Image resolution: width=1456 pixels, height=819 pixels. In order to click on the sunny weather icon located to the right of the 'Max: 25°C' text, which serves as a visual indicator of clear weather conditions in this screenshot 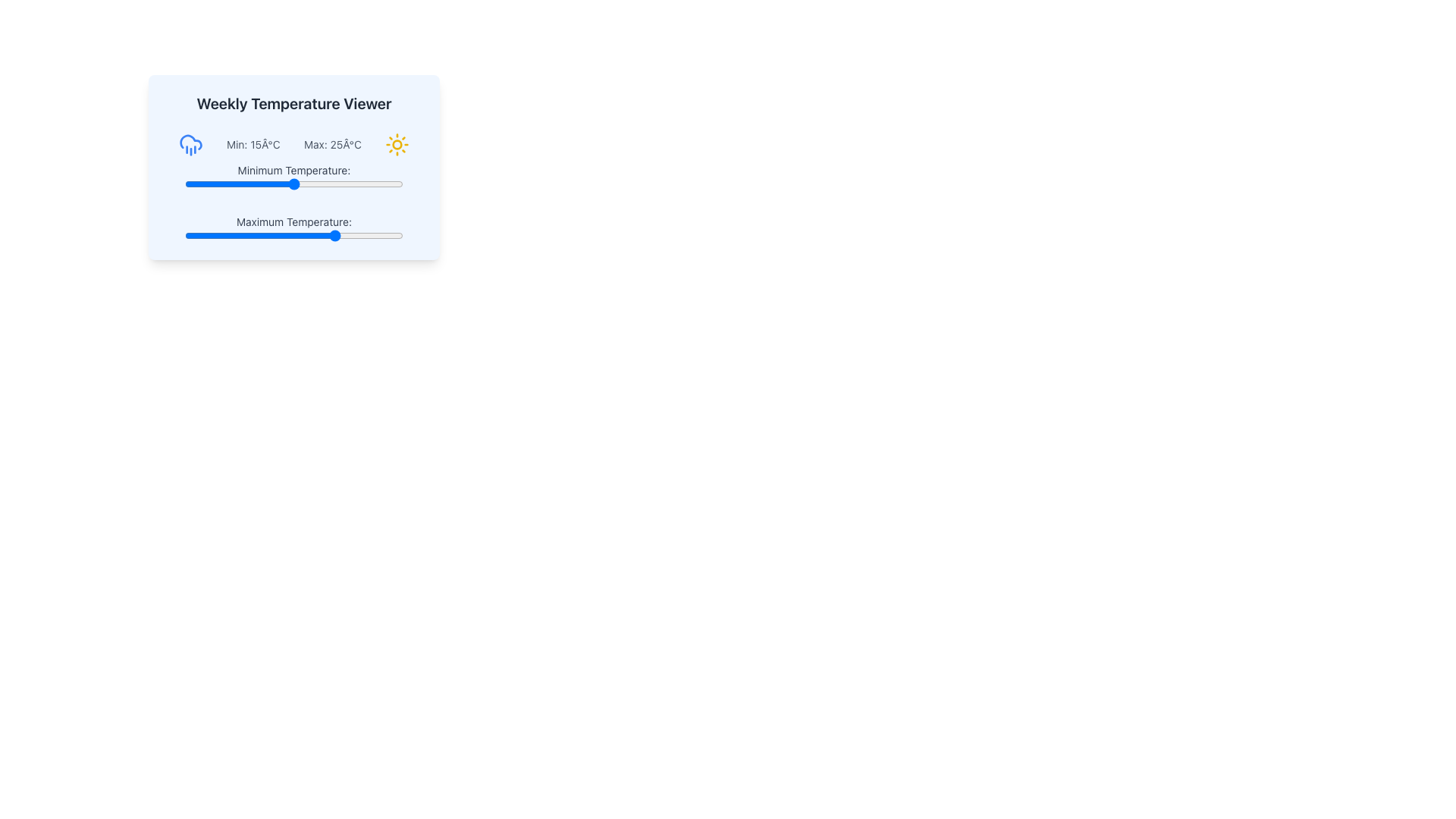, I will do `click(397, 145)`.